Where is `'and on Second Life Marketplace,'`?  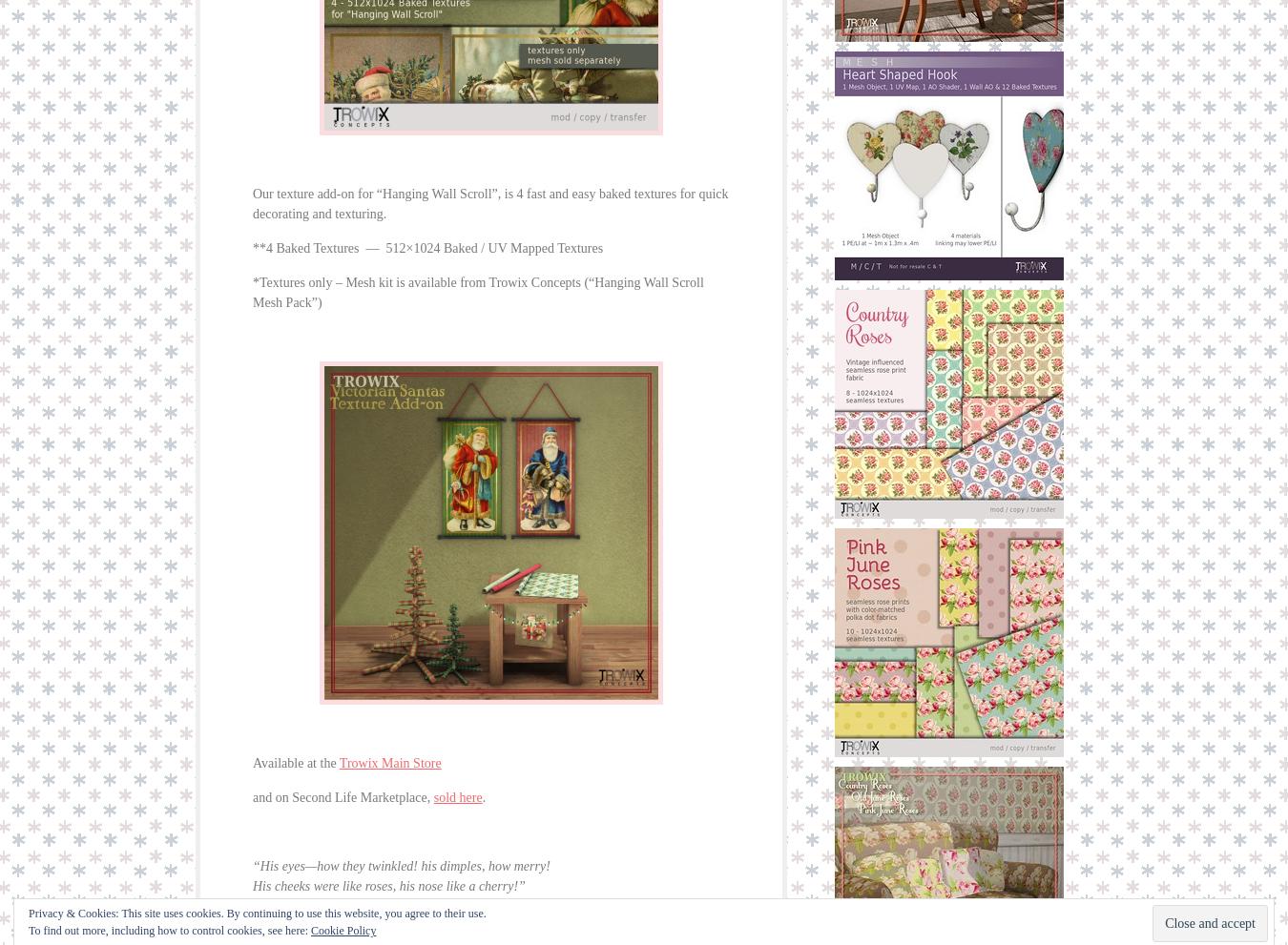
'and on Second Life Marketplace,' is located at coordinates (343, 796).